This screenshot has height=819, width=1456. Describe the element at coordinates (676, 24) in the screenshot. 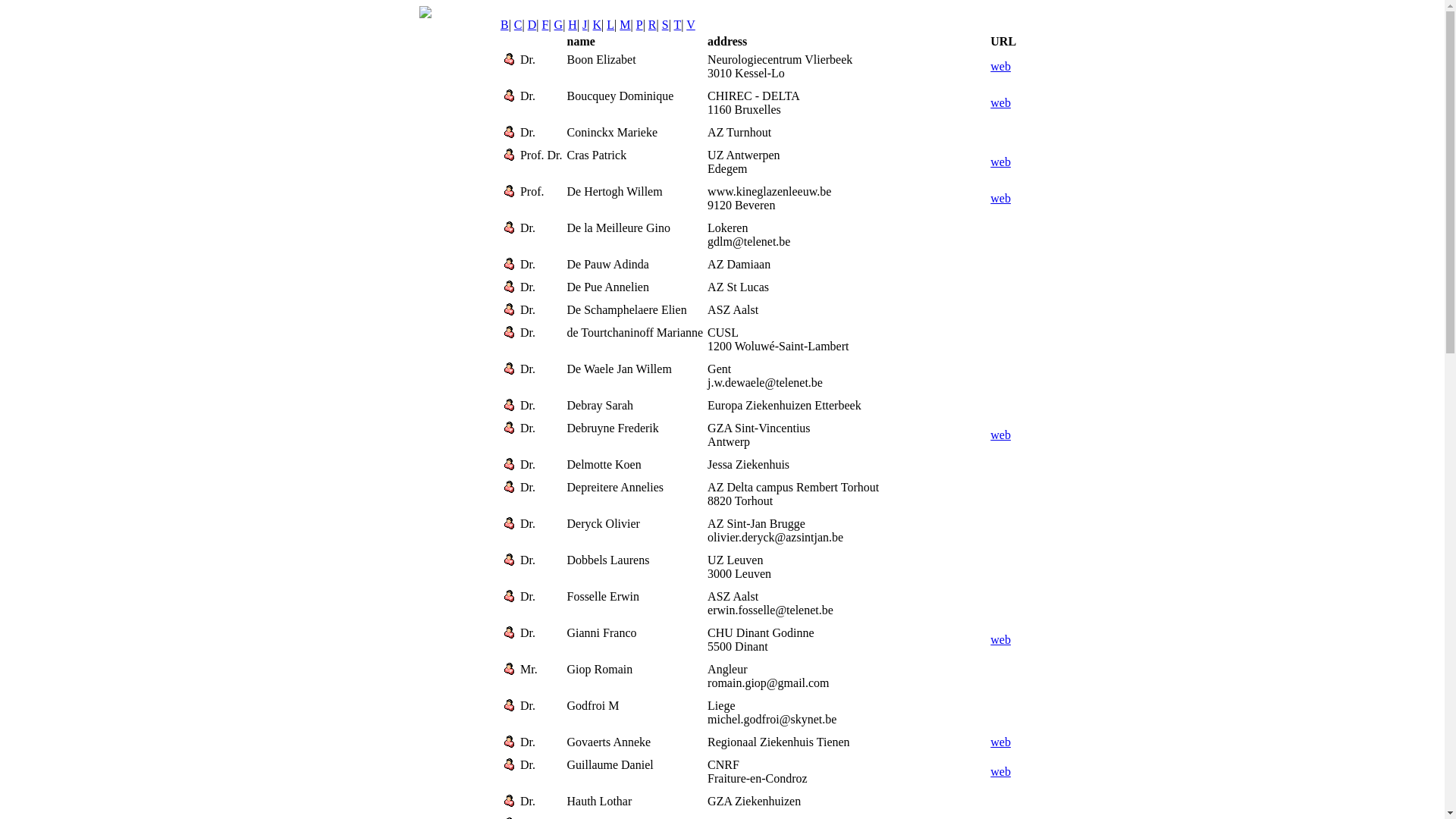

I see `'T'` at that location.